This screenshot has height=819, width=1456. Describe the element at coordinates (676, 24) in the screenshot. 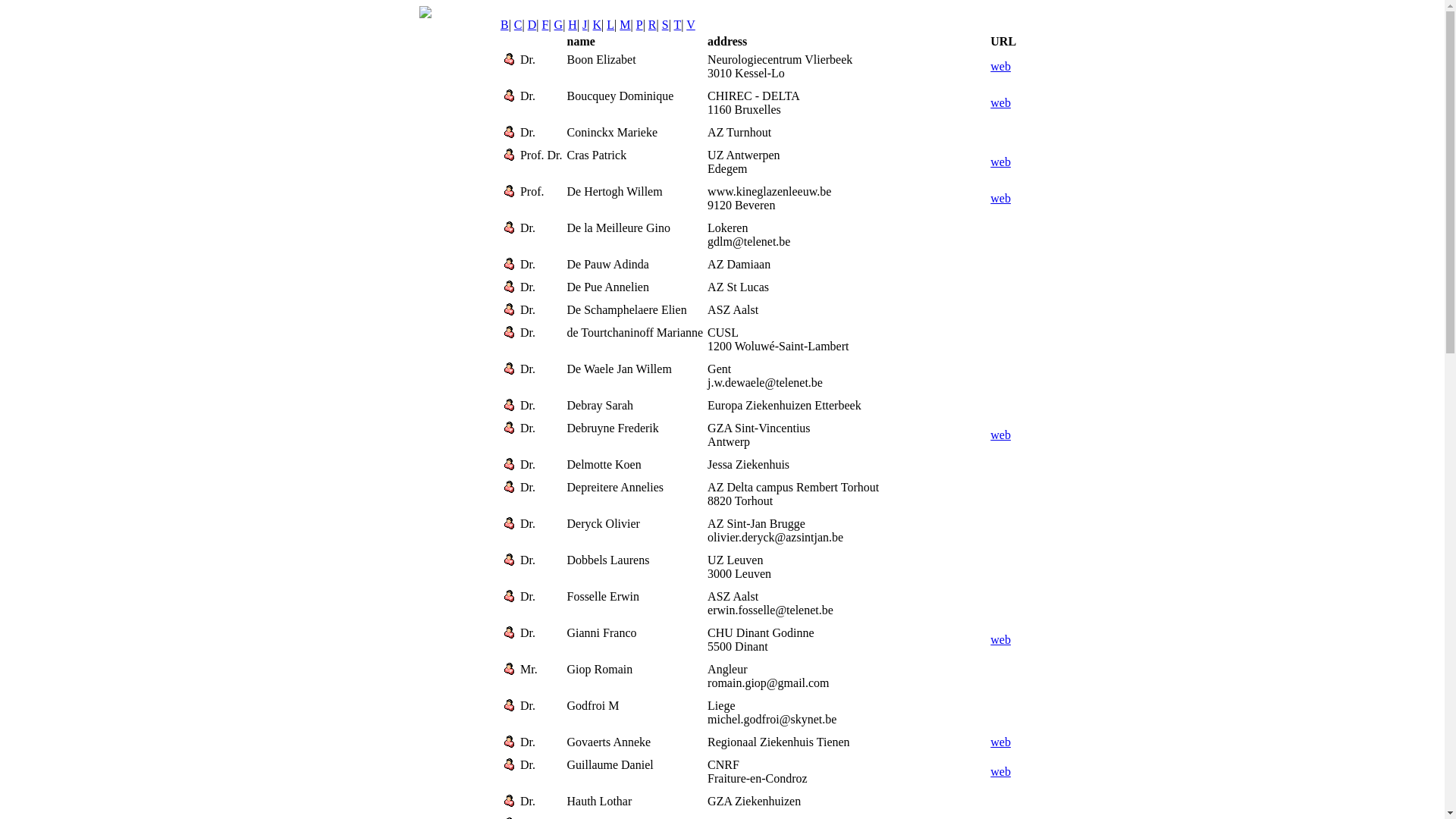

I see `'T'` at that location.